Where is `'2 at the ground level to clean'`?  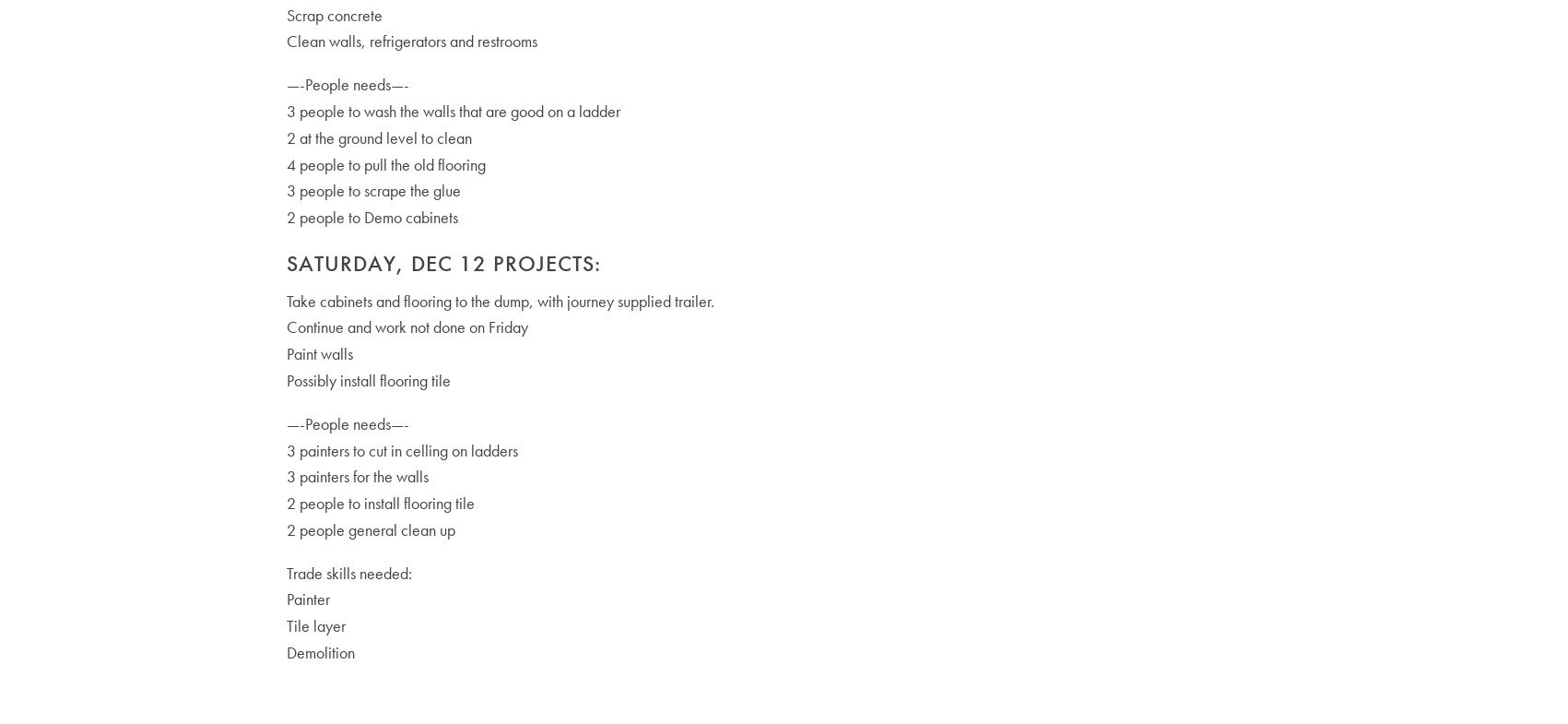 '2 at the ground level to clean' is located at coordinates (285, 136).